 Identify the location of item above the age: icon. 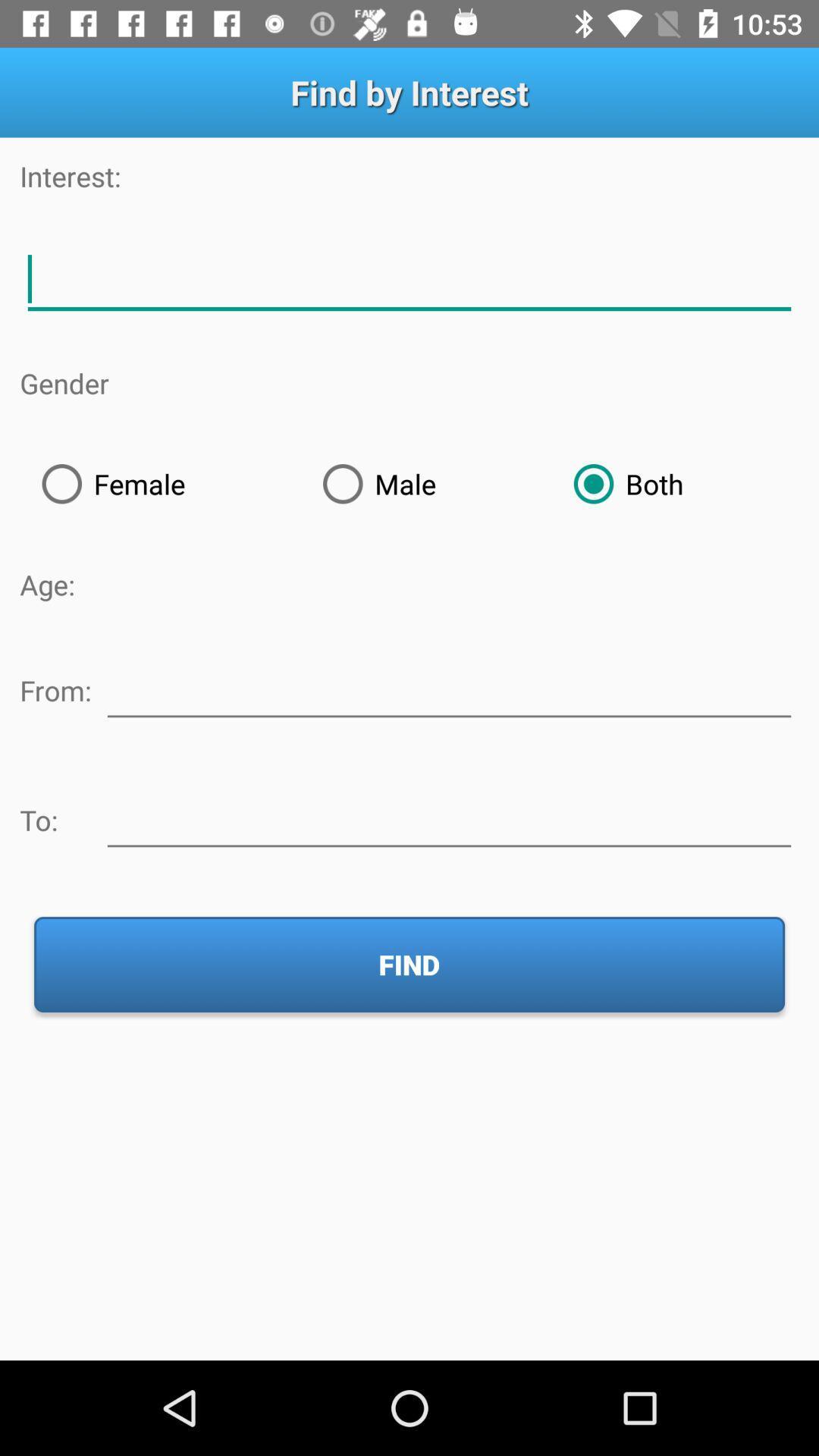
(160, 483).